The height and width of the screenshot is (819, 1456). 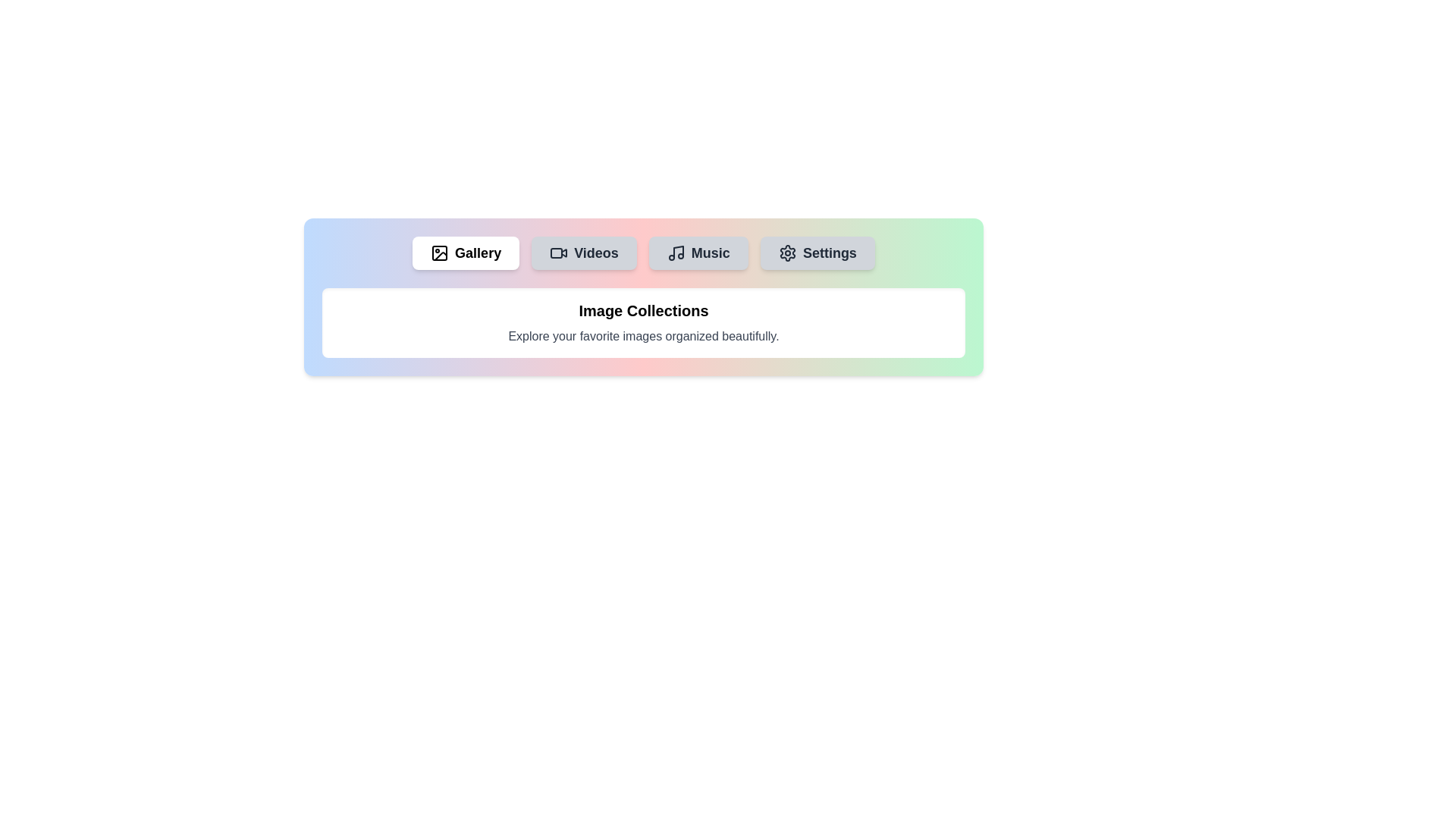 What do you see at coordinates (465, 253) in the screenshot?
I see `the tab labeled Gallery` at bounding box center [465, 253].